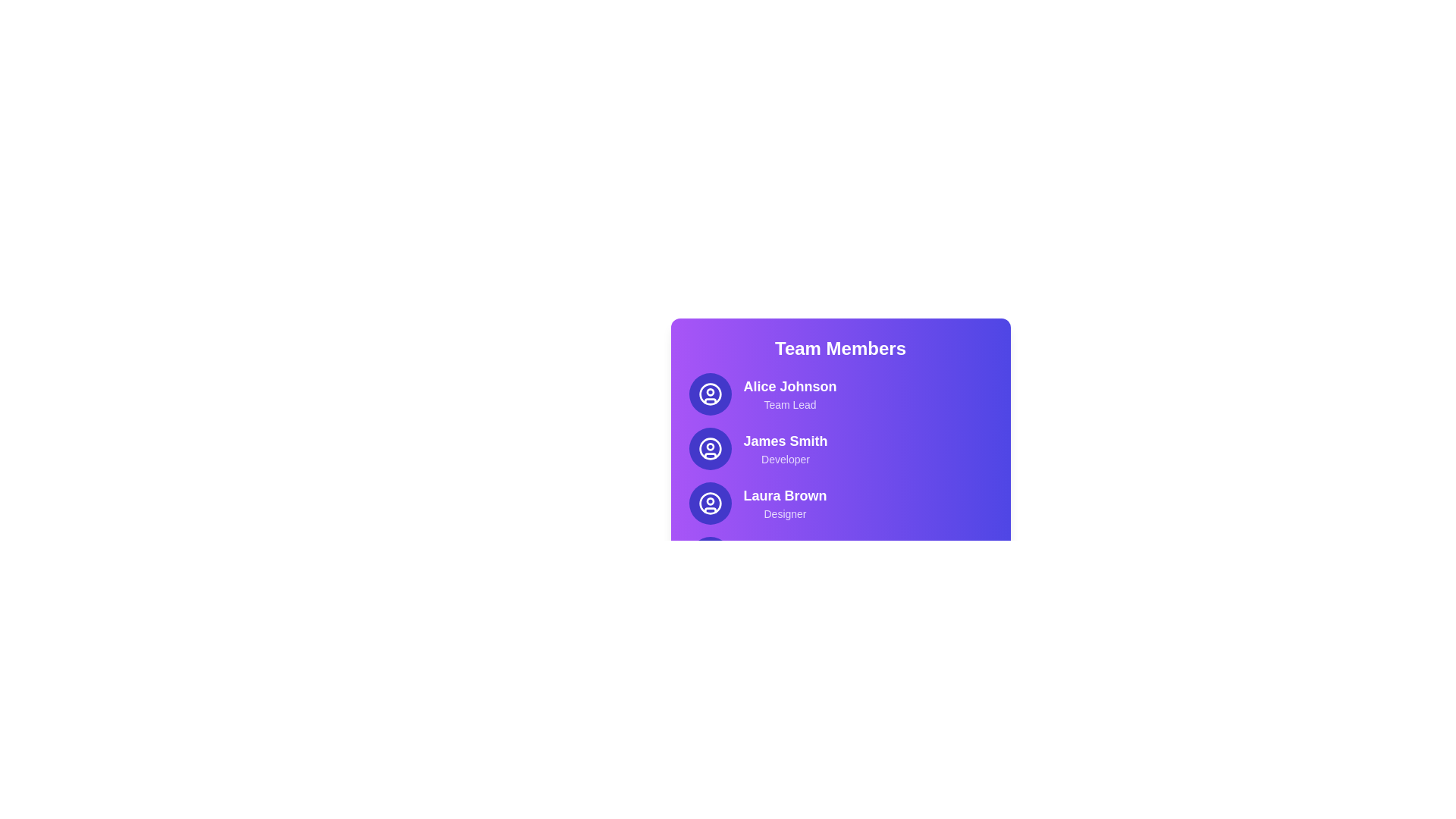 The image size is (1456, 819). I want to click on the User Avatar Icon representing Alice Johnson, which is the first avatar in the vertical list of team members within the purple panel titled 'Team Members.', so click(709, 394).